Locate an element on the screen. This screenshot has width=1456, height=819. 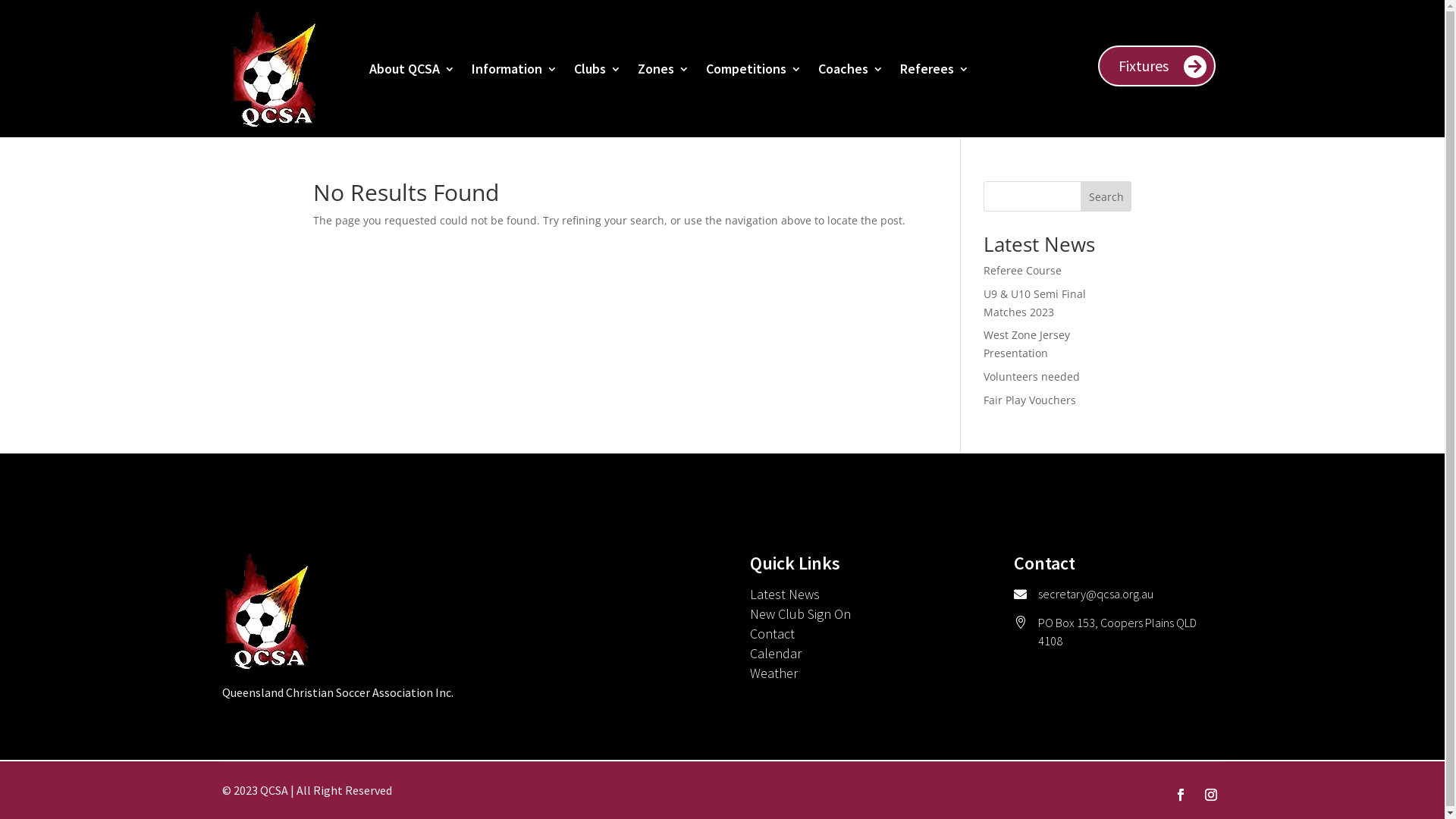
'Follow on Facebook' is located at coordinates (1178, 794).